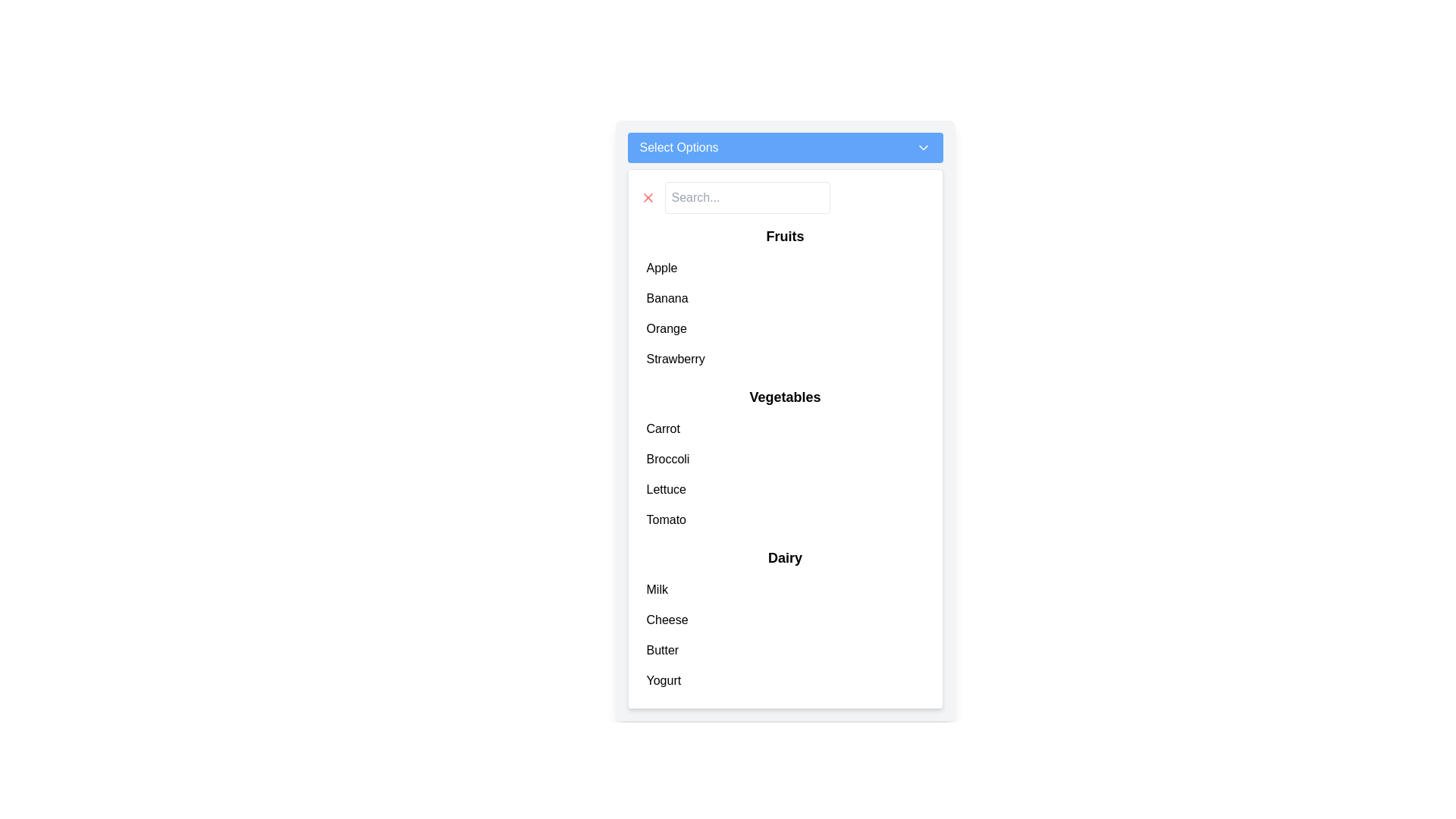 The width and height of the screenshot is (1456, 819). What do you see at coordinates (785, 328) in the screenshot?
I see `the third selectable option in the 'Fruits' category, which represents 'Orange'` at bounding box center [785, 328].